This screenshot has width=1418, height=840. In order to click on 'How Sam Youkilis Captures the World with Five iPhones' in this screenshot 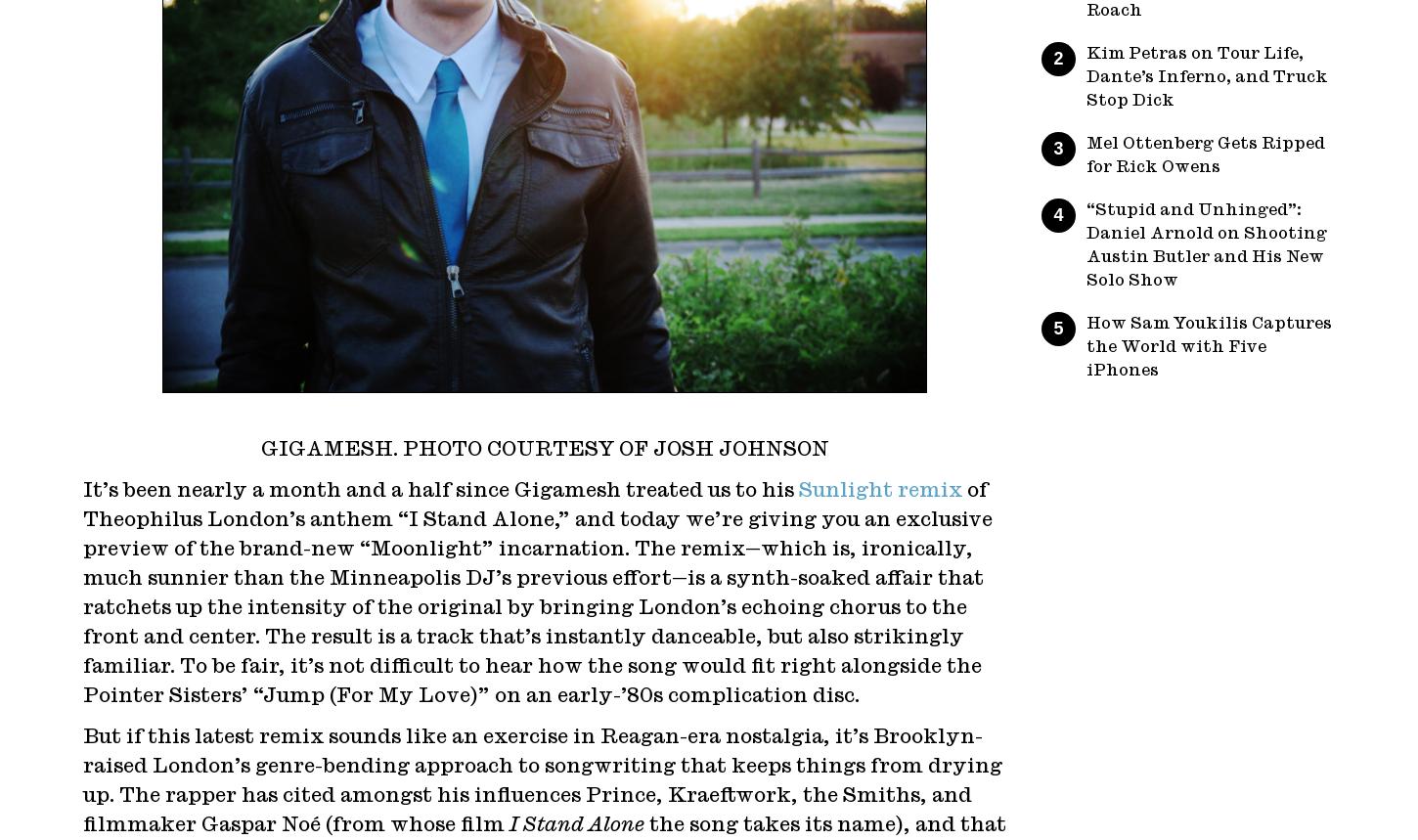, I will do `click(1209, 346)`.